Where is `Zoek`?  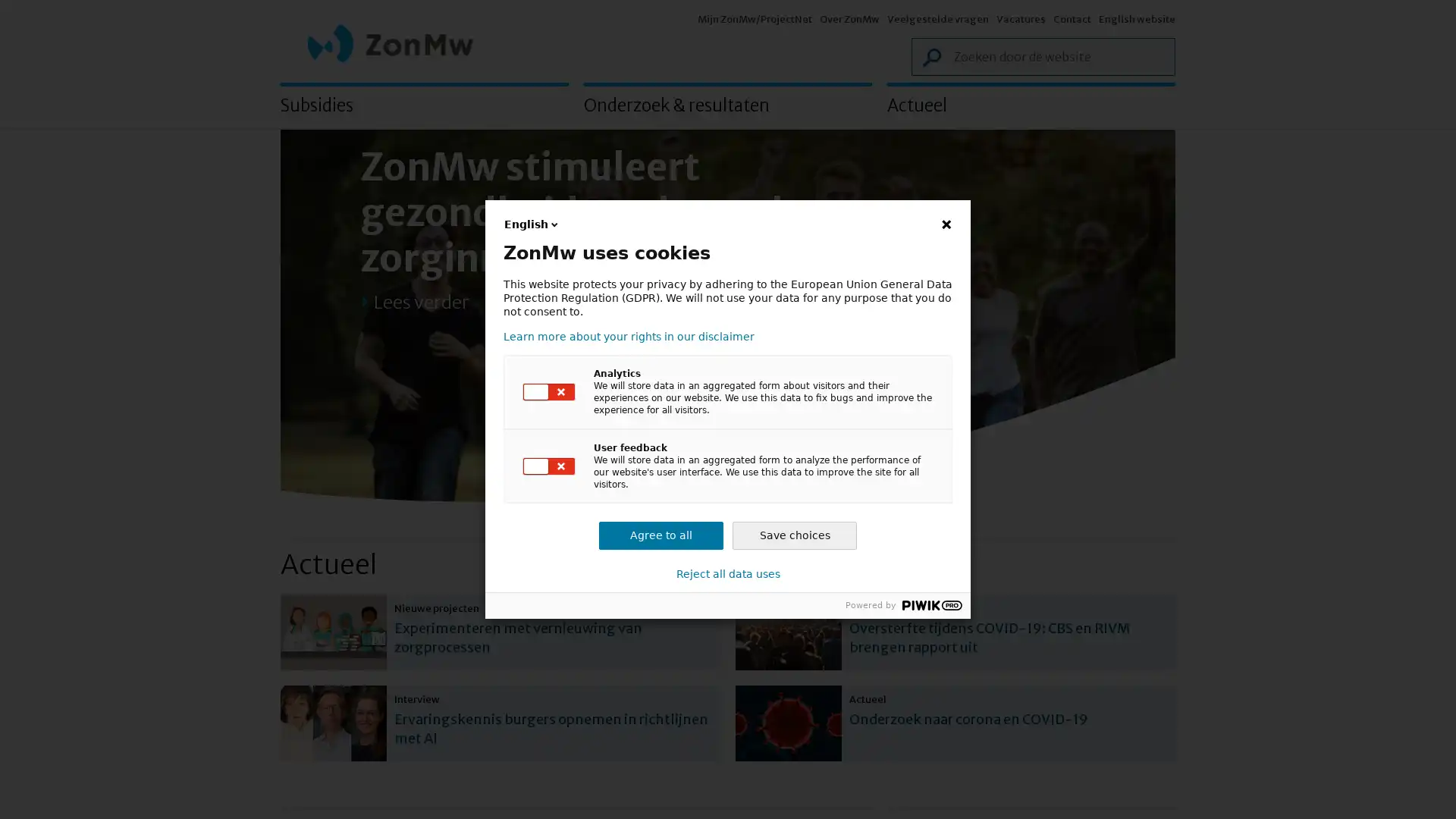 Zoek is located at coordinates (907, 57).